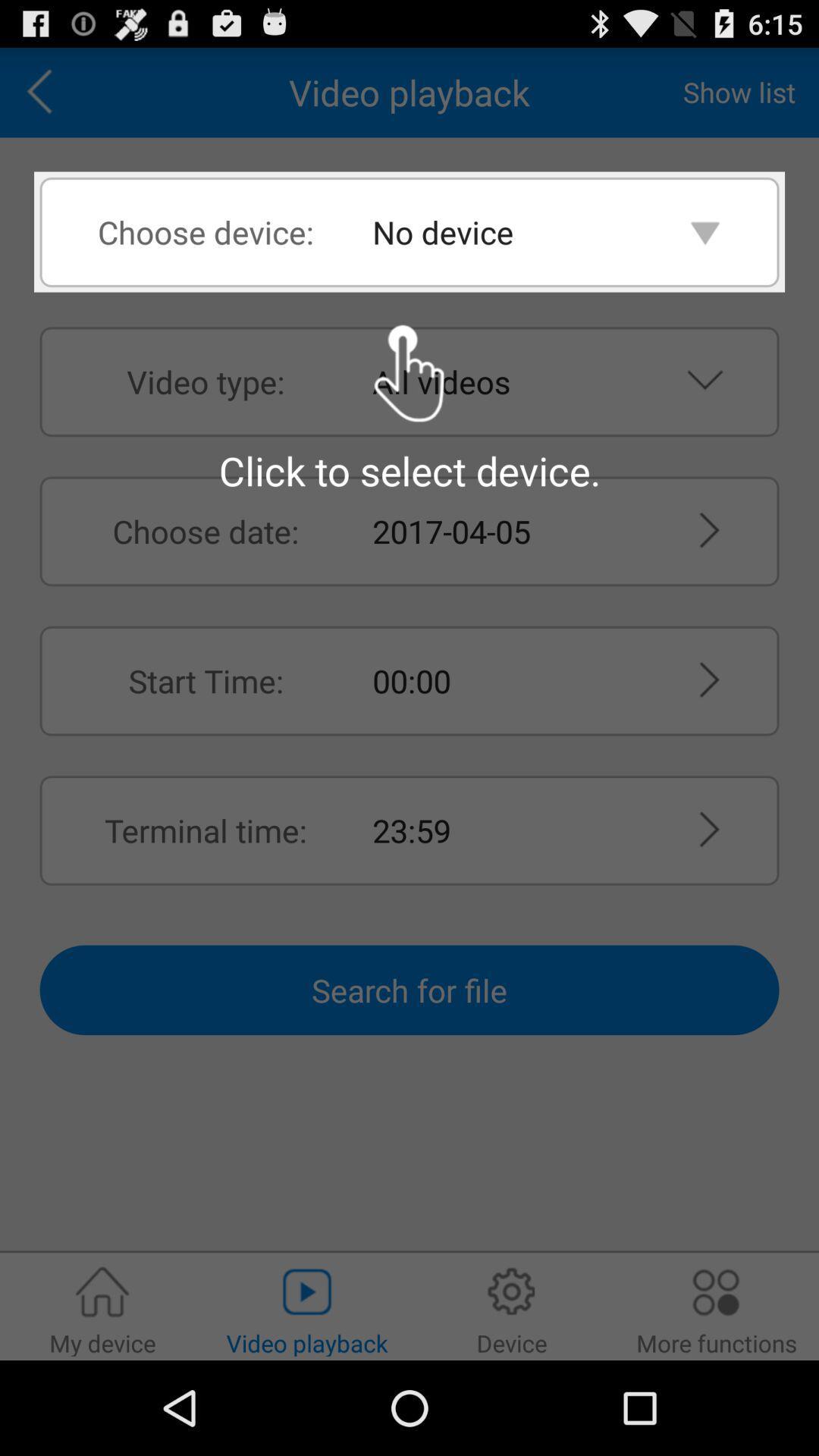 This screenshot has width=819, height=1456. What do you see at coordinates (44, 92) in the screenshot?
I see `the app above choose device: item` at bounding box center [44, 92].